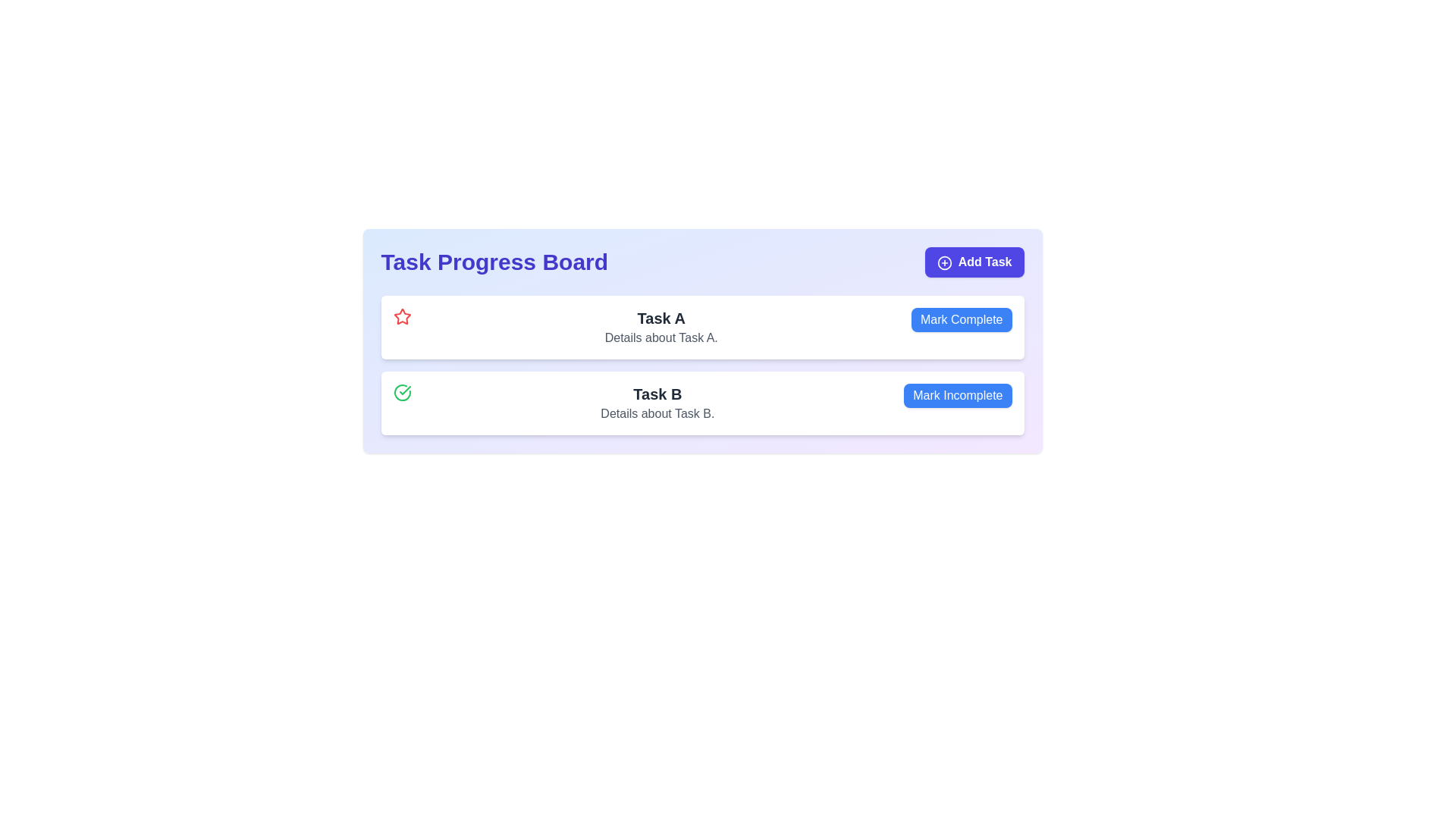 The width and height of the screenshot is (1456, 819). I want to click on the Status icon, a circular icon with a green ring and a checkmark in its center, located on the left side of the row for 'Task B', so click(402, 391).